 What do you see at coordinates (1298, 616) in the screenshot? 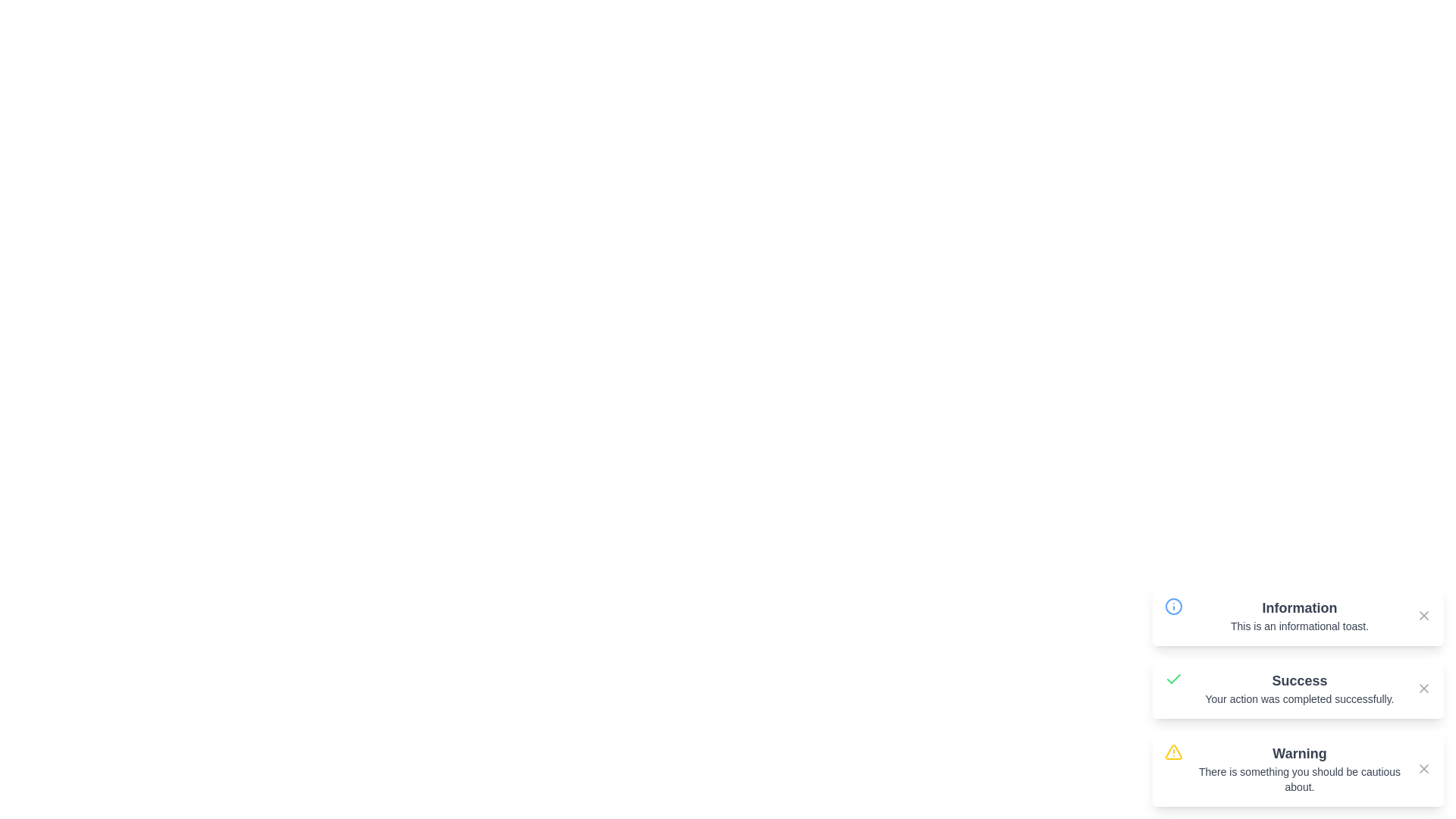
I see `the Text content block of the informational toast notification located at the top of the stacked toast messages, which contains a heading and an informational message` at bounding box center [1298, 616].